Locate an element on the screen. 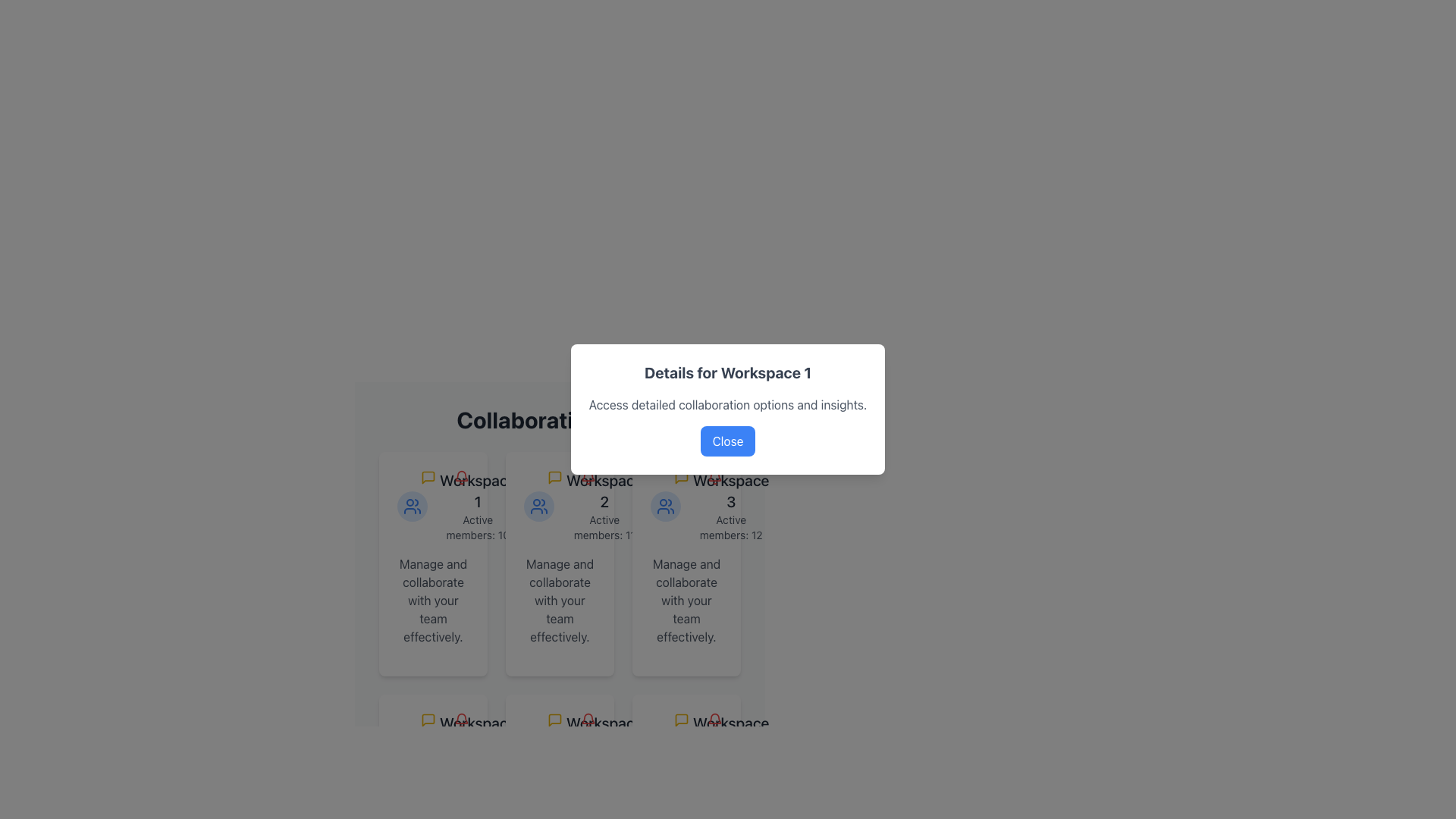 Image resolution: width=1456 pixels, height=819 pixels. the icon with two outlined user figures inside a light blue circular button, located within the 'Workspace 3' card, to the left of the text 'Active members: 12' is located at coordinates (666, 506).